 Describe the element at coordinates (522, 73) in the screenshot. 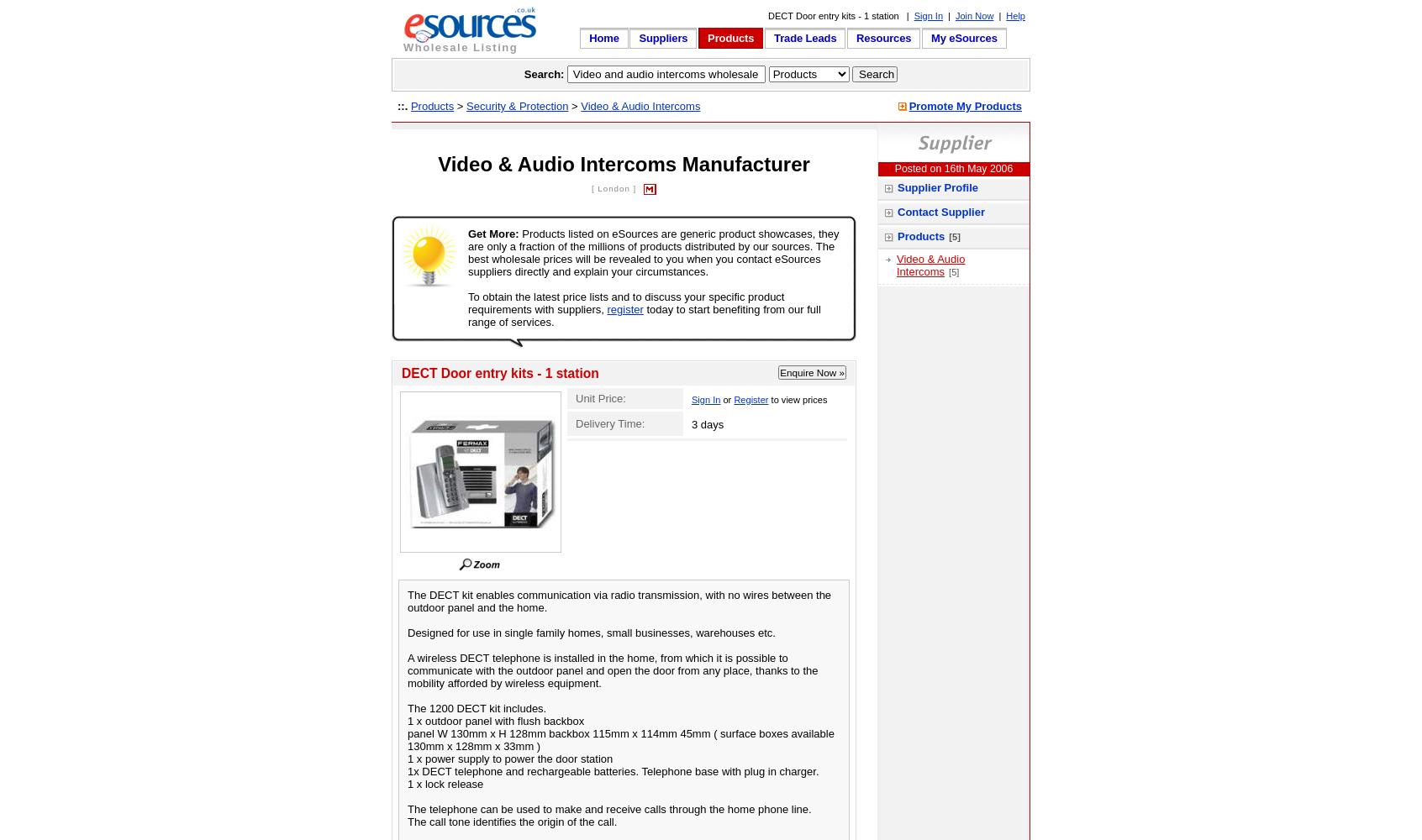

I see `'Search:'` at that location.